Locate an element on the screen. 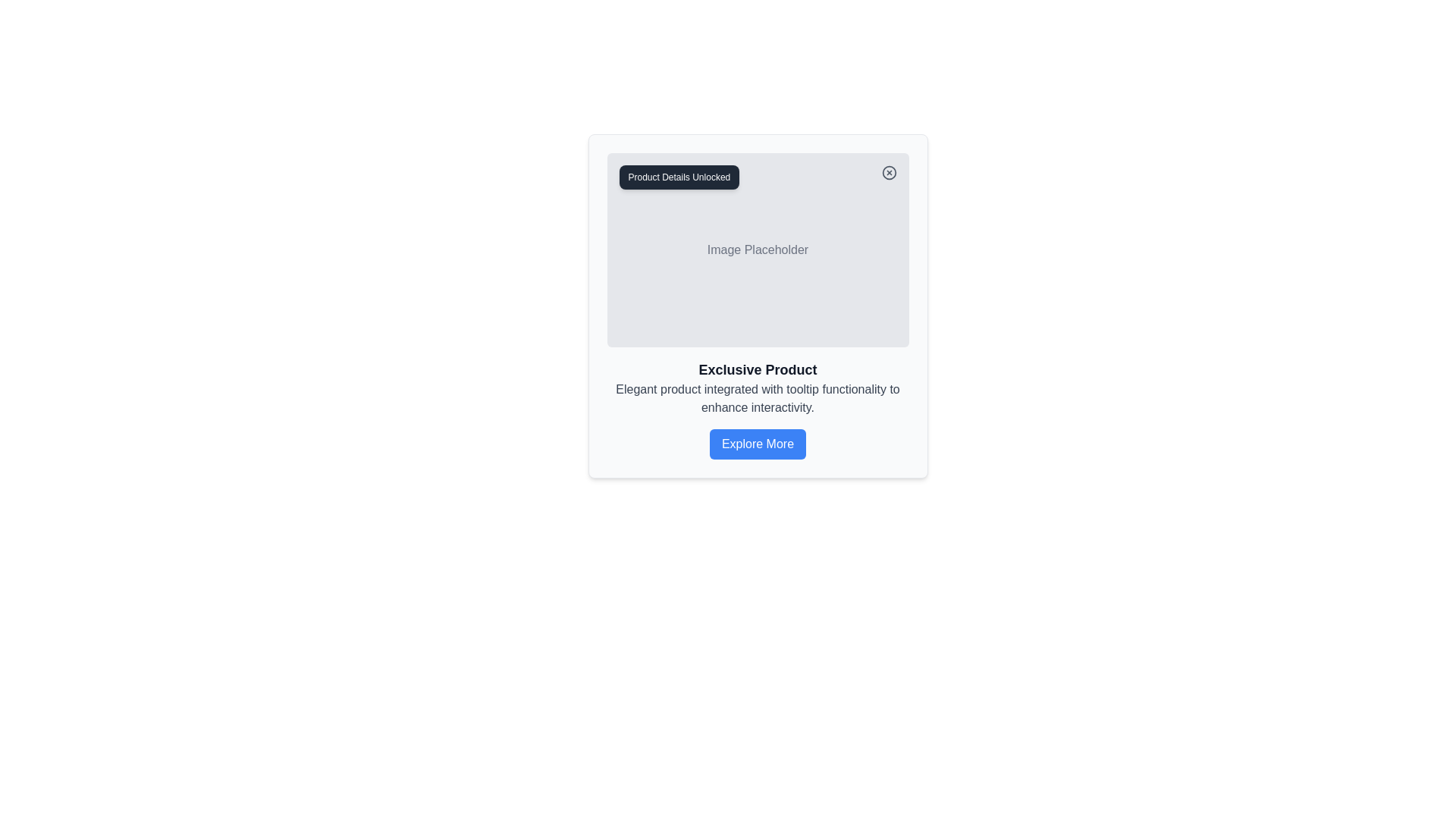  the close button is located at coordinates (889, 171).